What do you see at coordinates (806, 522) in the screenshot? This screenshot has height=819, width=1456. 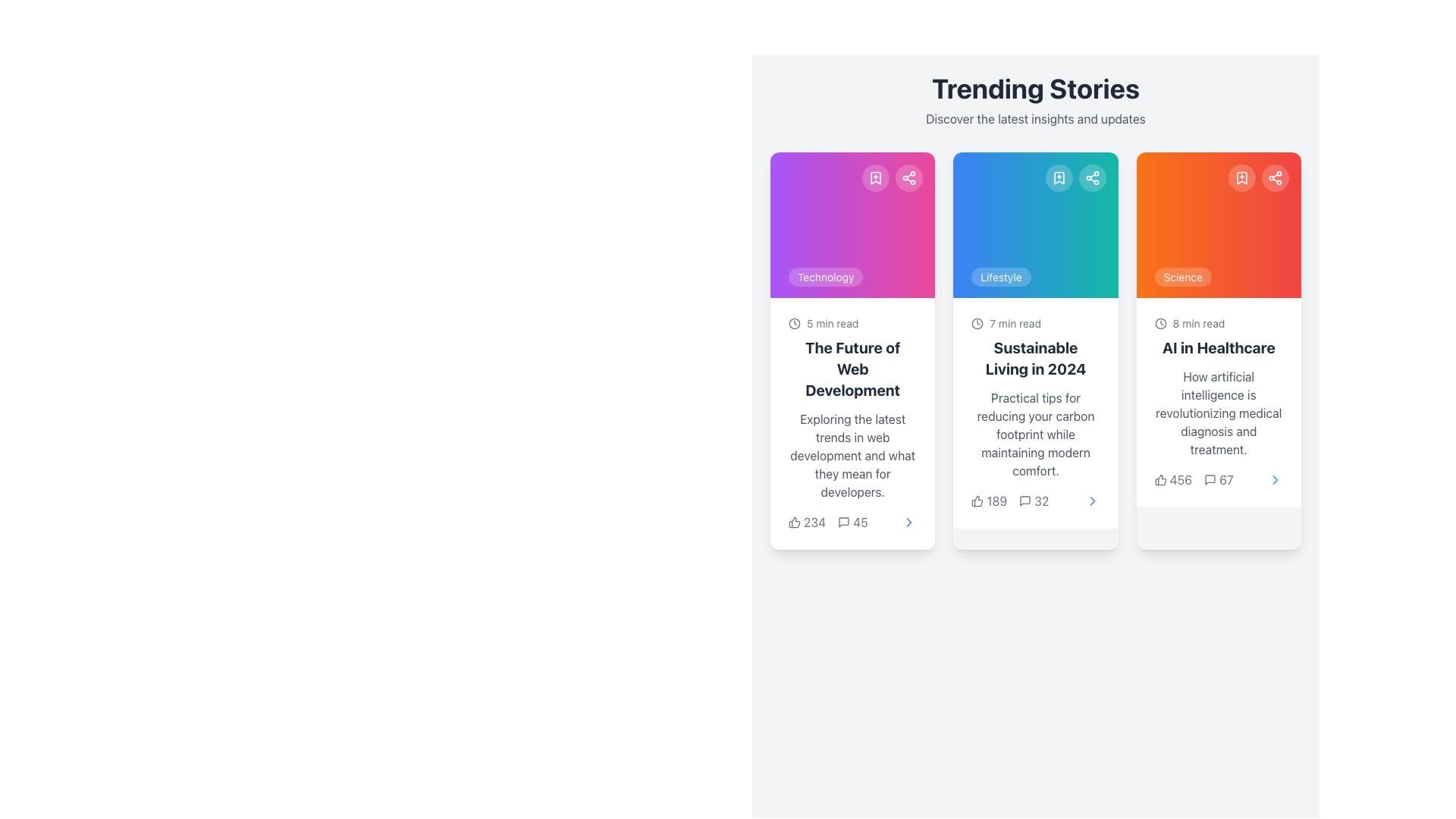 I see `the Text label with adjacent icon that indicates the number of 'likes' in the first card under the 'Trending Stories' section` at bounding box center [806, 522].